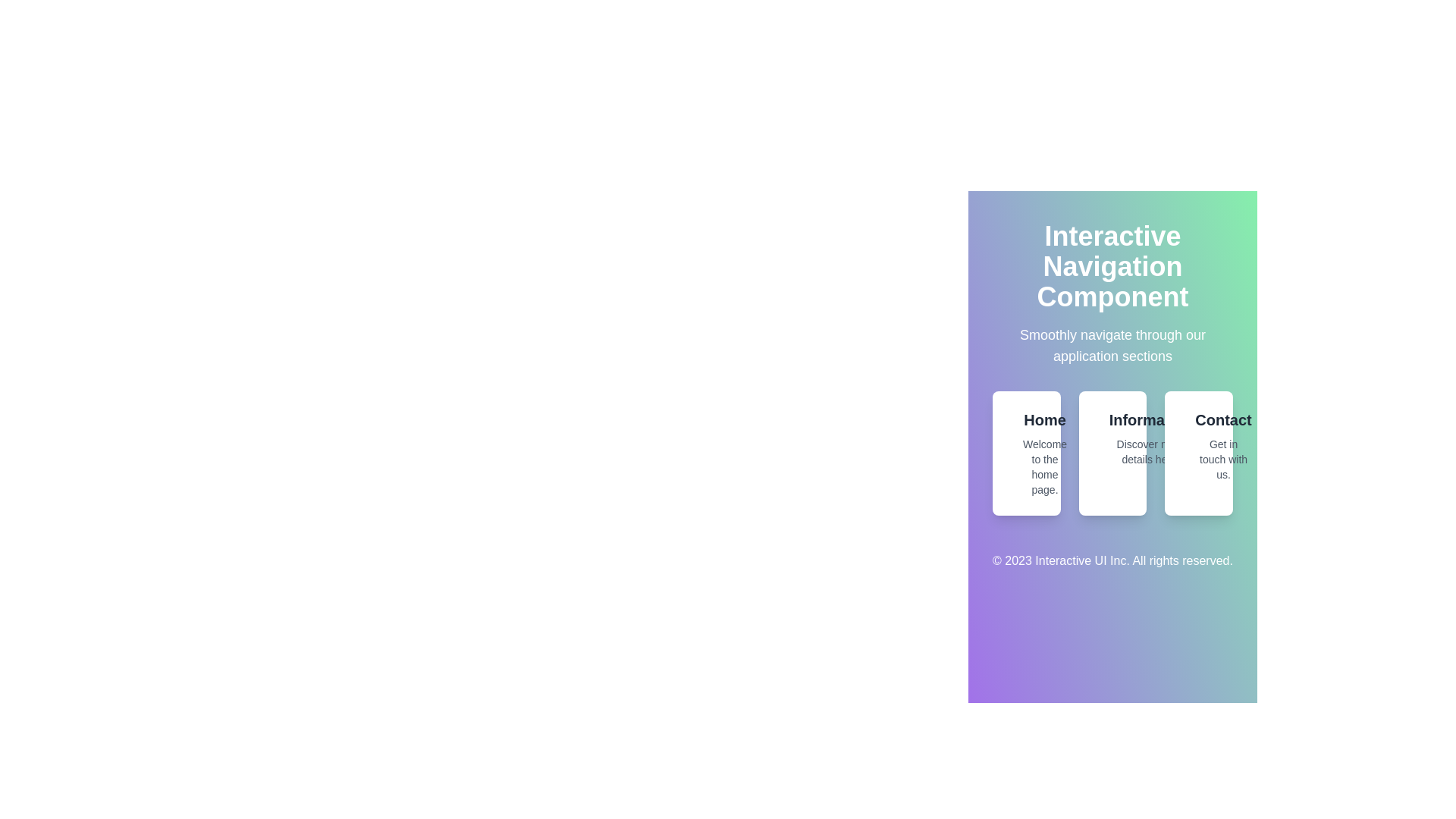  What do you see at coordinates (1223, 458) in the screenshot?
I see `the small italicized text block reading 'Get in touch with us.' which is styled in gray and located within the 'Contact' card on the rightmost side of the three horizontally-aligned interactive cards` at bounding box center [1223, 458].